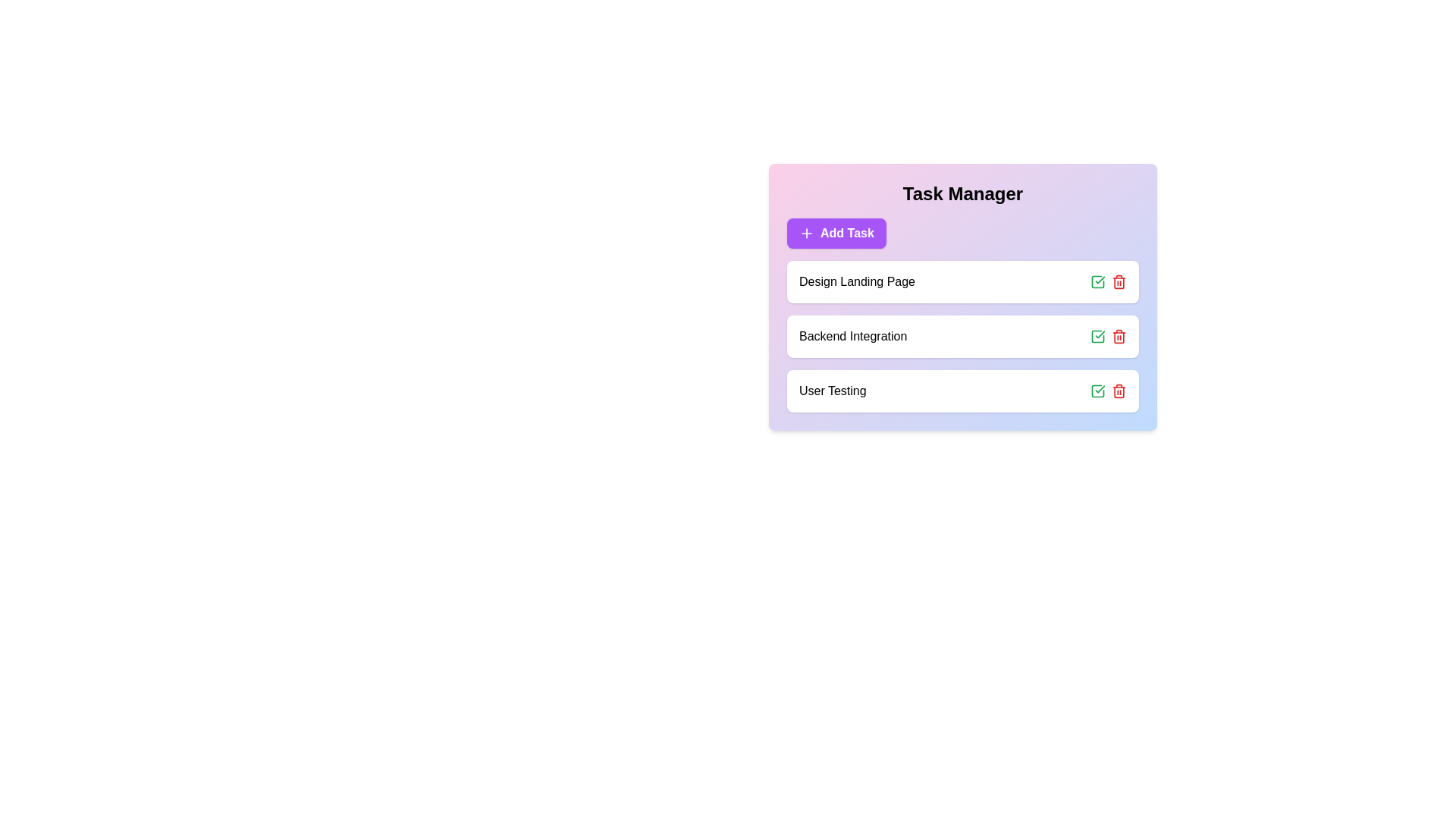  Describe the element at coordinates (836, 234) in the screenshot. I see `the 'Add Task' button to add a new task` at that location.